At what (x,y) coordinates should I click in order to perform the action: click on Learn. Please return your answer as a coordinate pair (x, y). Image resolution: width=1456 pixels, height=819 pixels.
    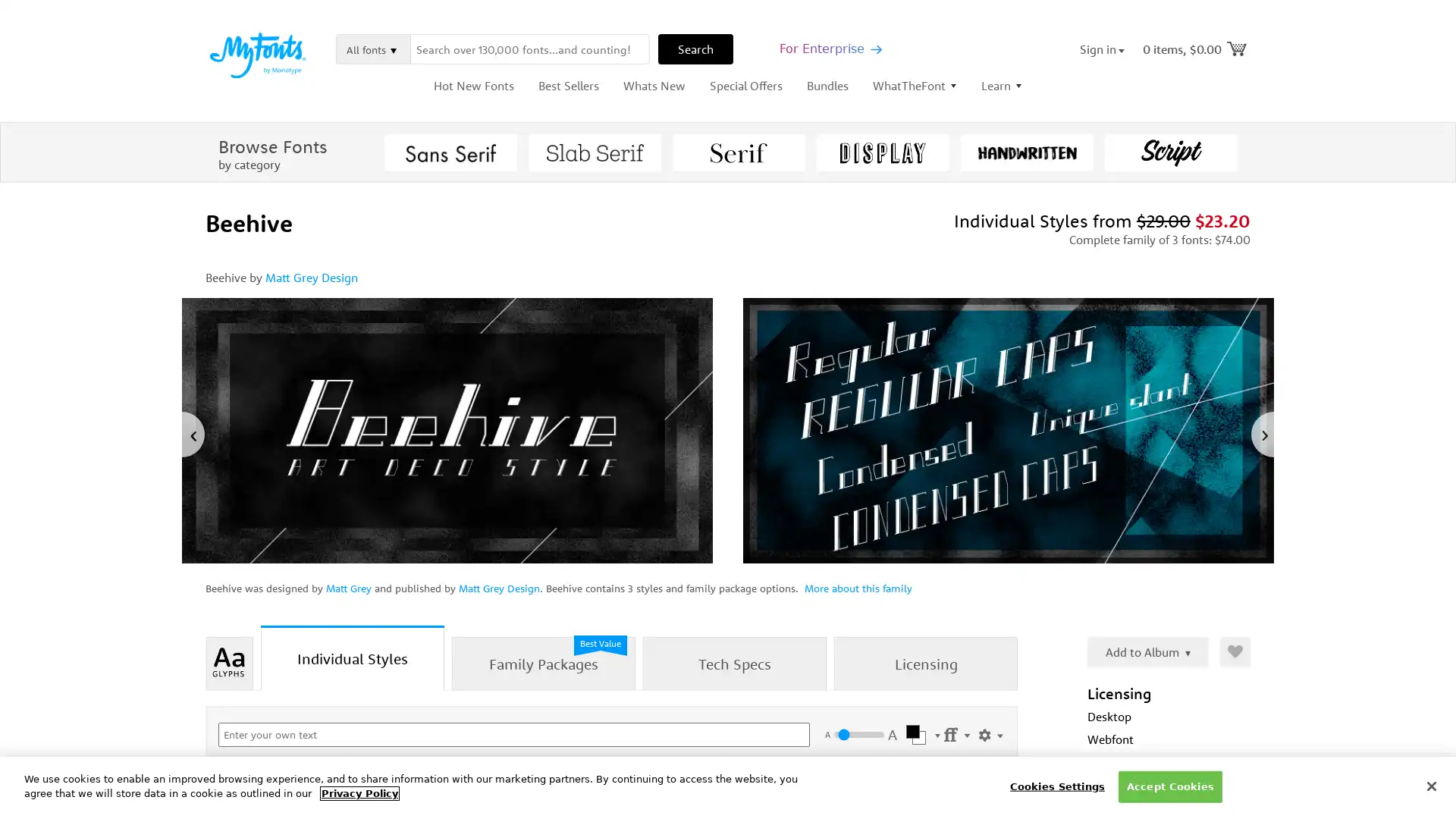
    Looking at the image, I should click on (1001, 85).